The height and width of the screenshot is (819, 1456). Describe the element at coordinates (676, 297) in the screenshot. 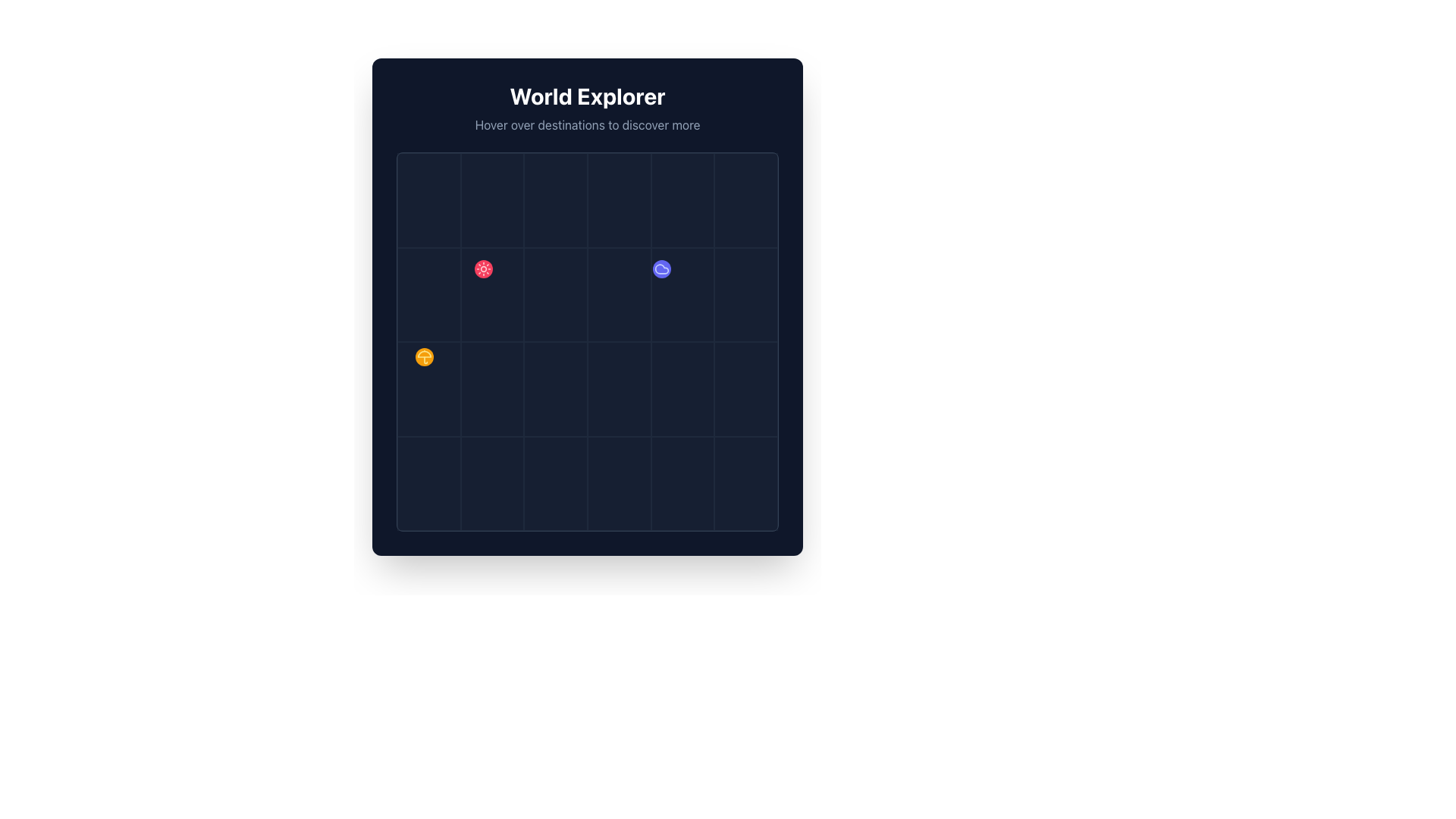

I see `the button located` at that location.